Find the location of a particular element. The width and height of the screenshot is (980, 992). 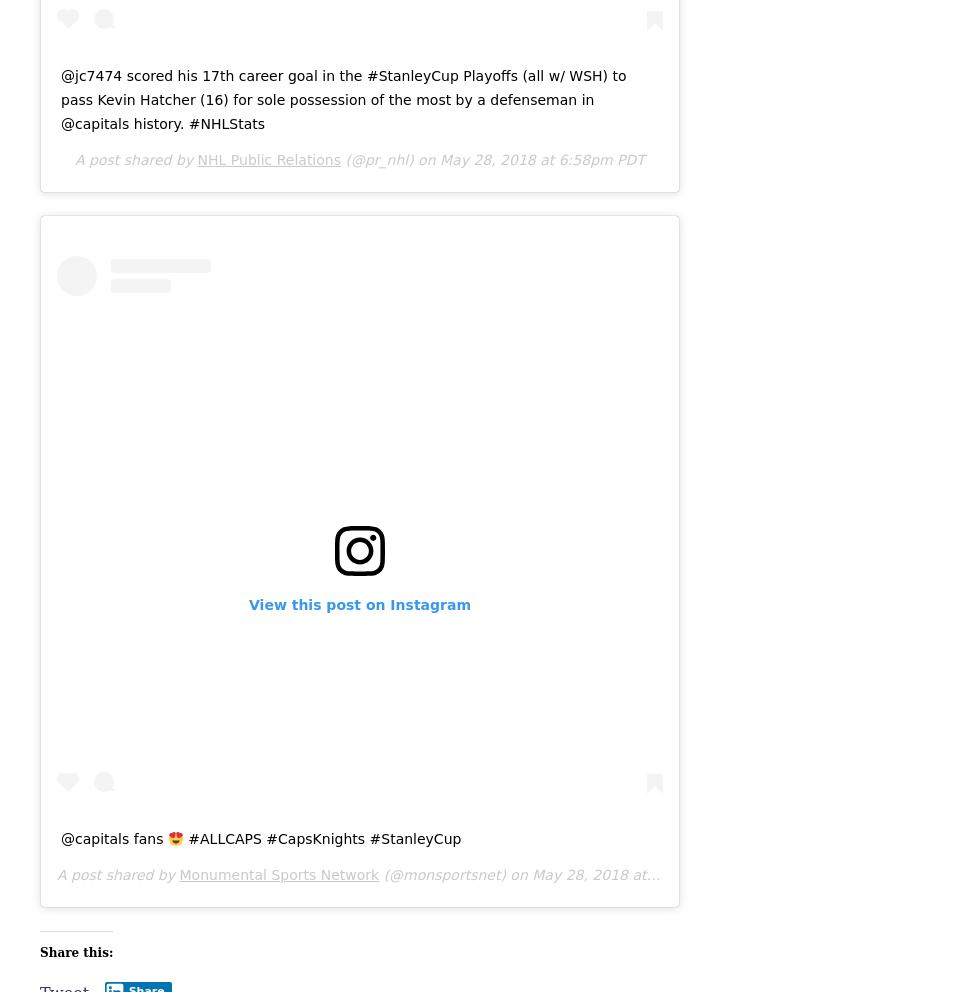

'(@pr_nhl) on' is located at coordinates (390, 159).